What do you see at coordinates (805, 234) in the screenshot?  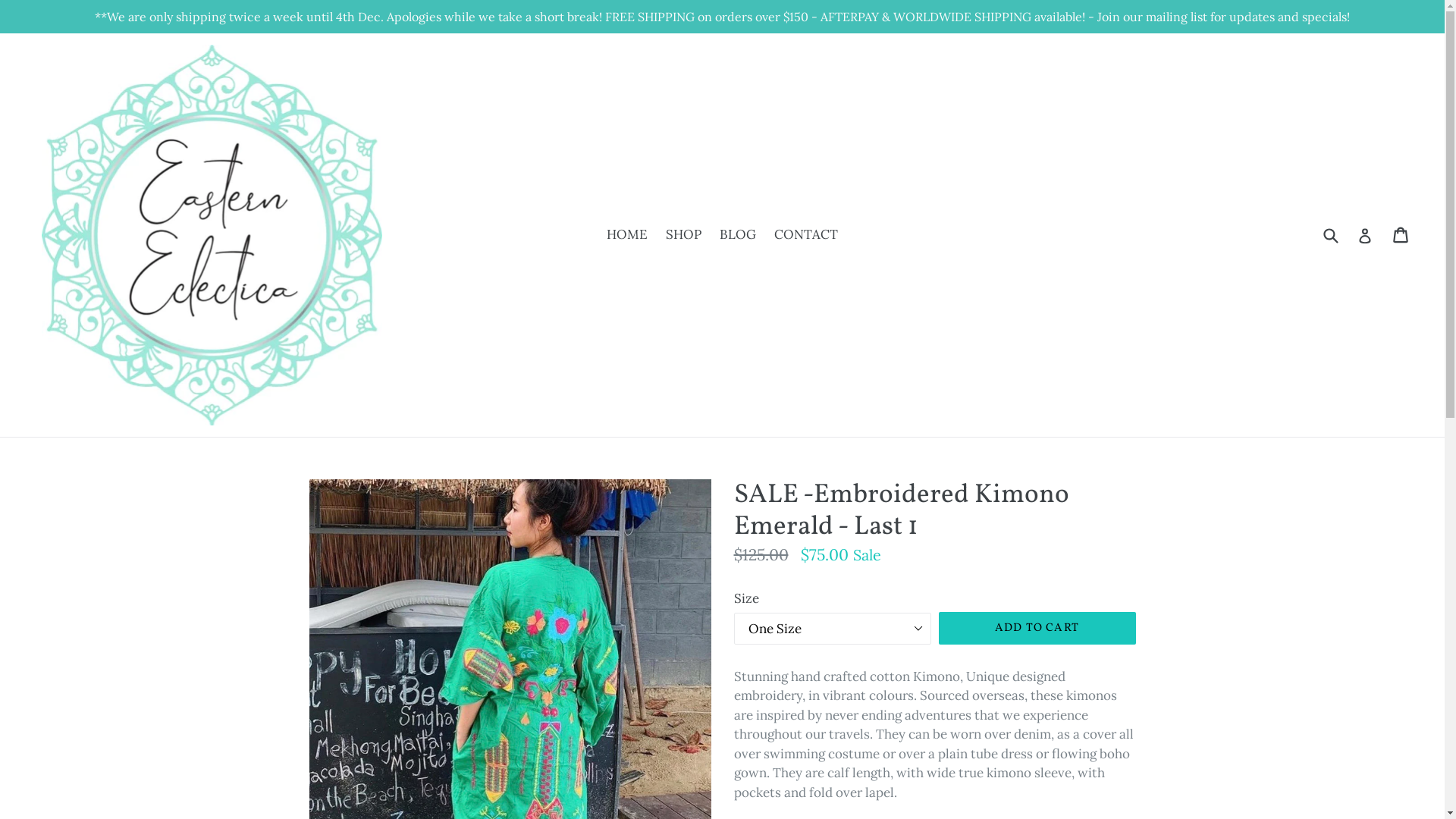 I see `'CONTACT'` at bounding box center [805, 234].